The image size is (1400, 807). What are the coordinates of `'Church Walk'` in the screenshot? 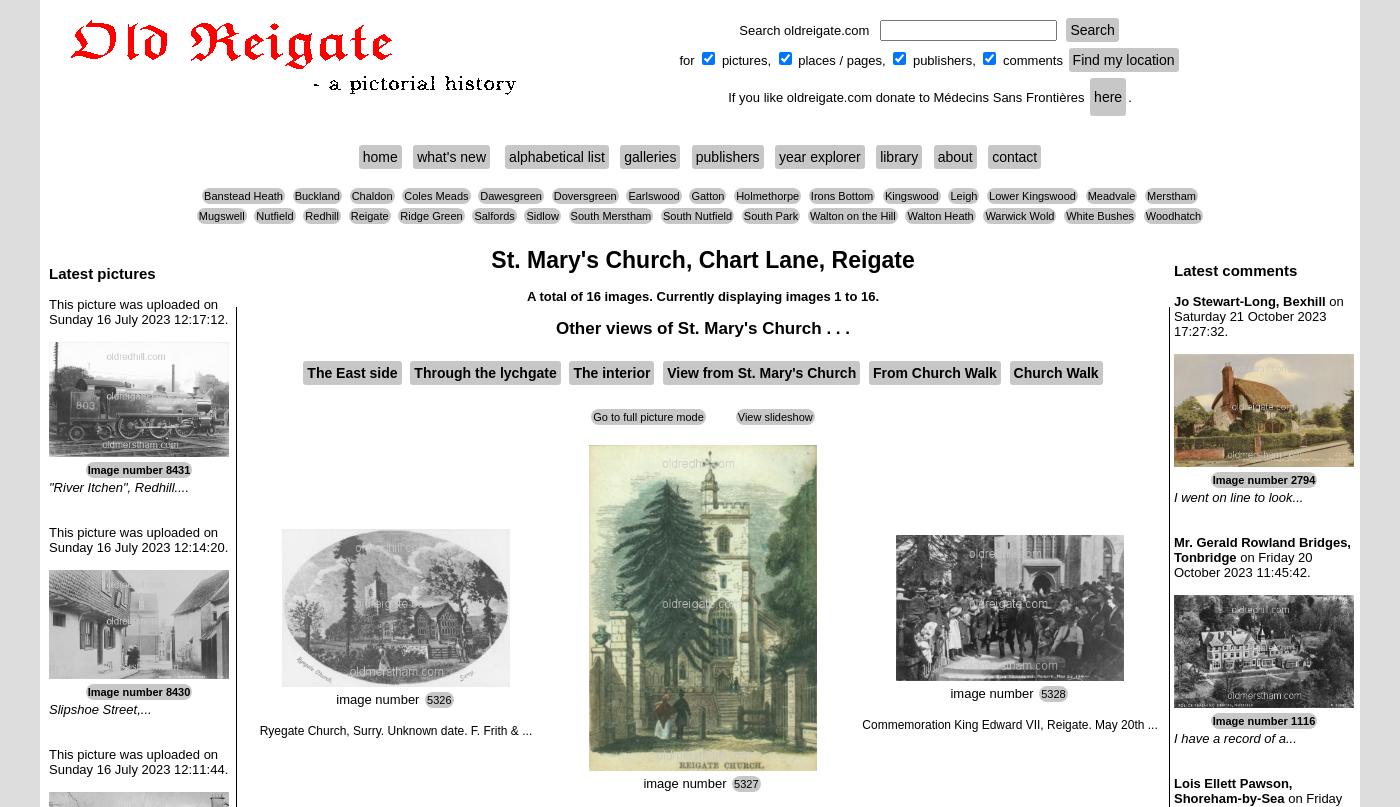 It's located at (1055, 372).